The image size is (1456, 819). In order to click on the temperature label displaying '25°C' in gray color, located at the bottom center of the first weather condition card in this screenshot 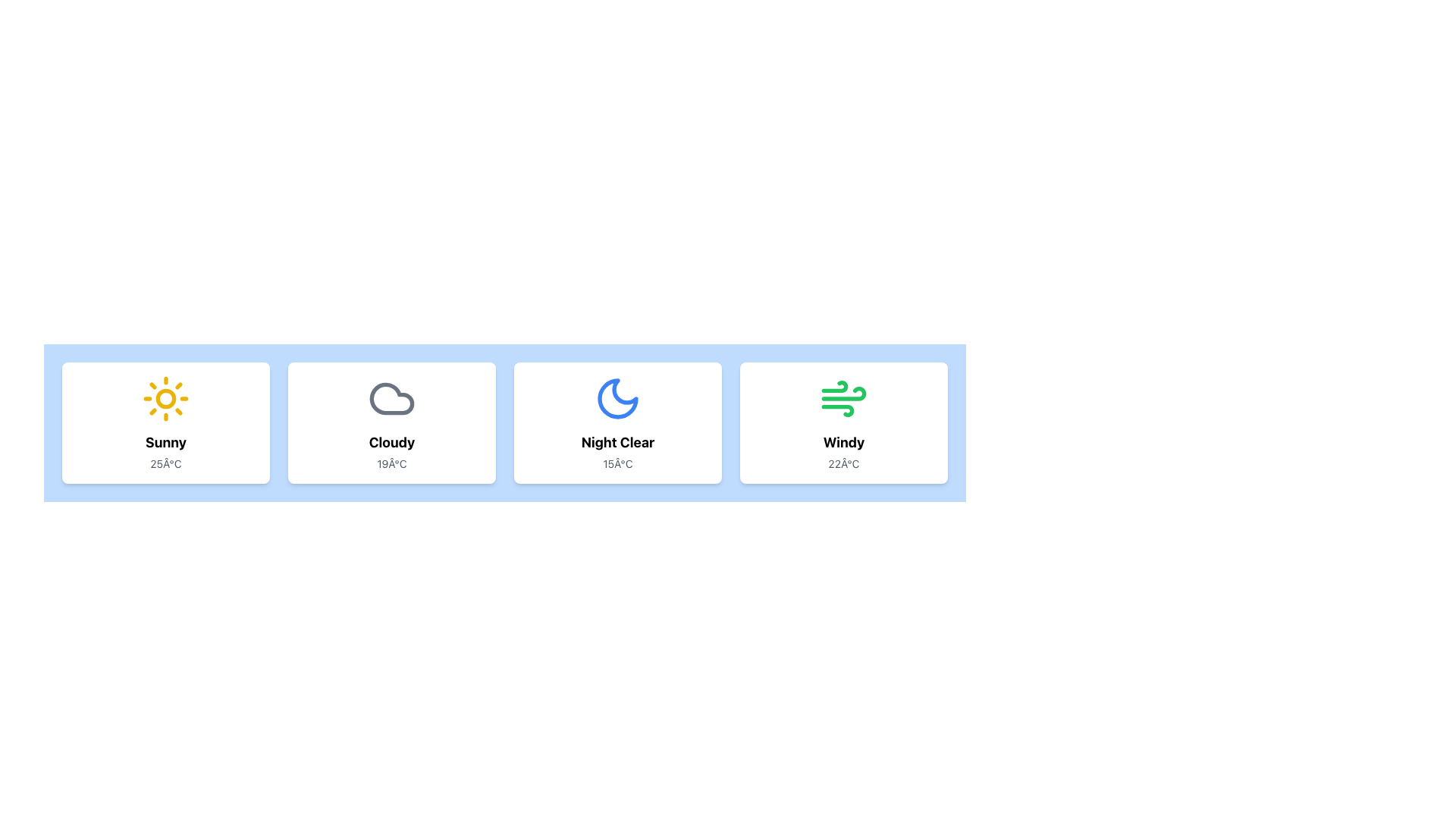, I will do `click(166, 463)`.